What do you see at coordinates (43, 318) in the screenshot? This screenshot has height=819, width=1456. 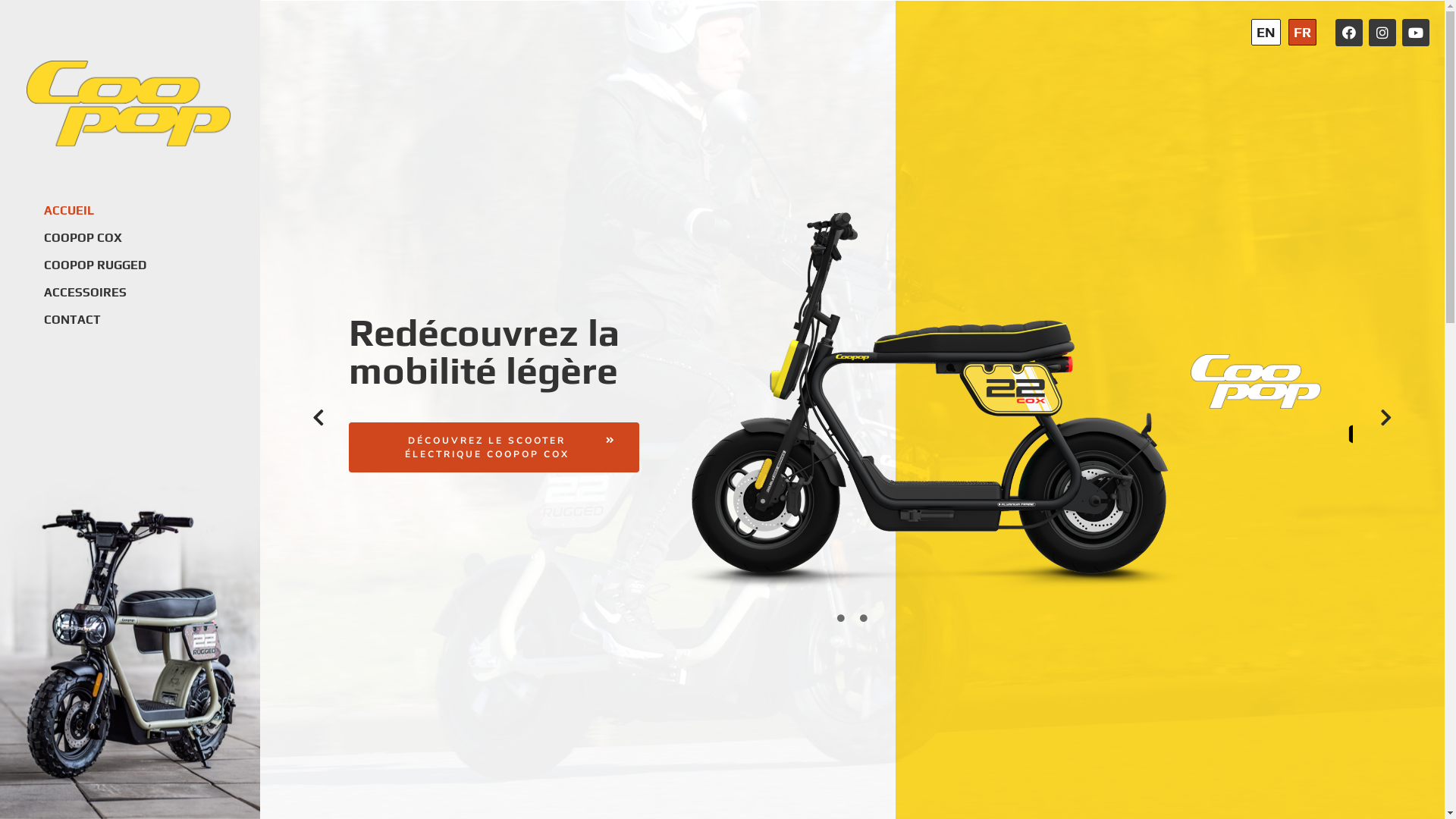 I see `'CONTACT'` at bounding box center [43, 318].